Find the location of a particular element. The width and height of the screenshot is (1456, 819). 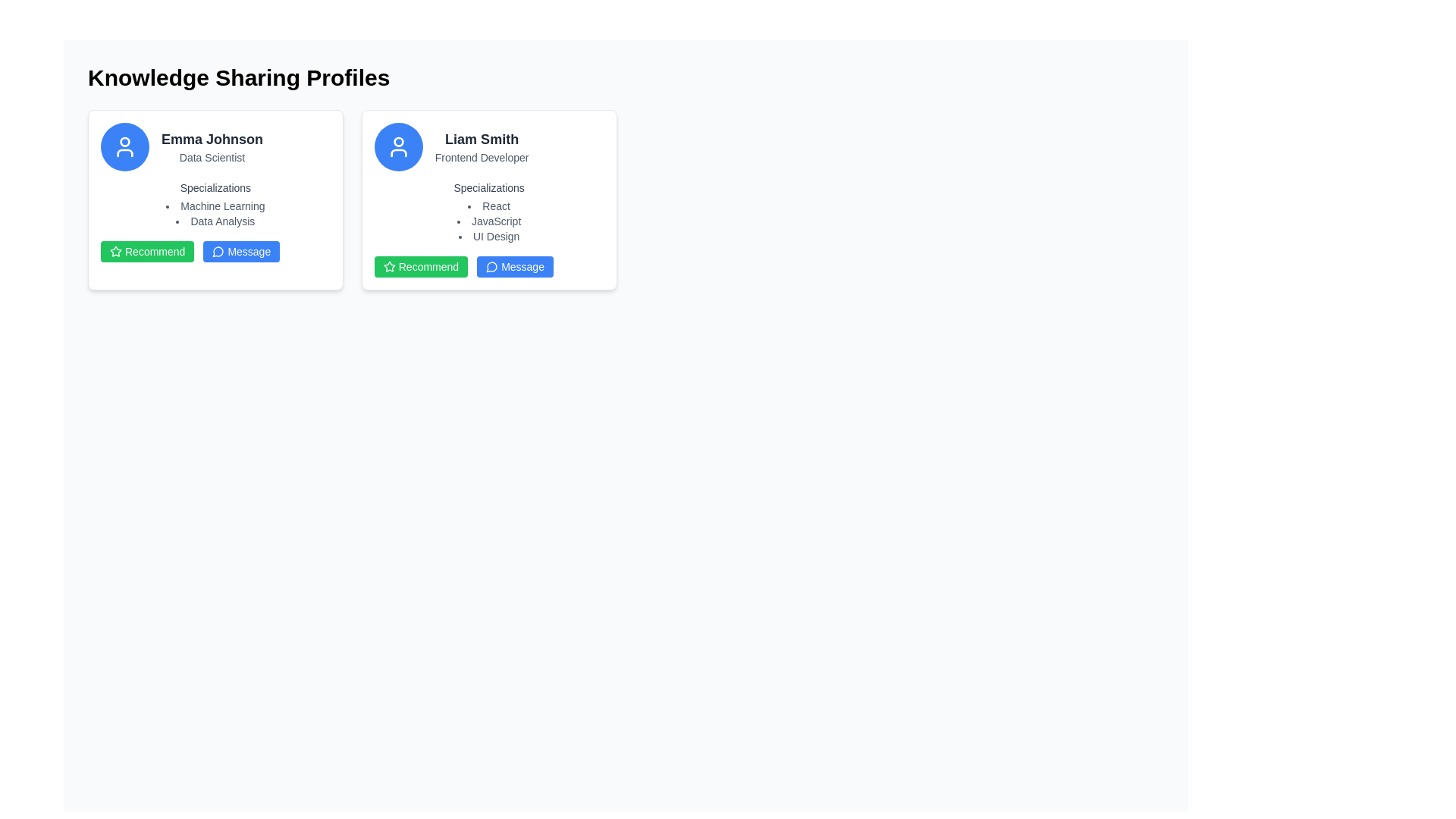

the text label displaying the individual's name in the upper right section of the profile card is located at coordinates (481, 140).